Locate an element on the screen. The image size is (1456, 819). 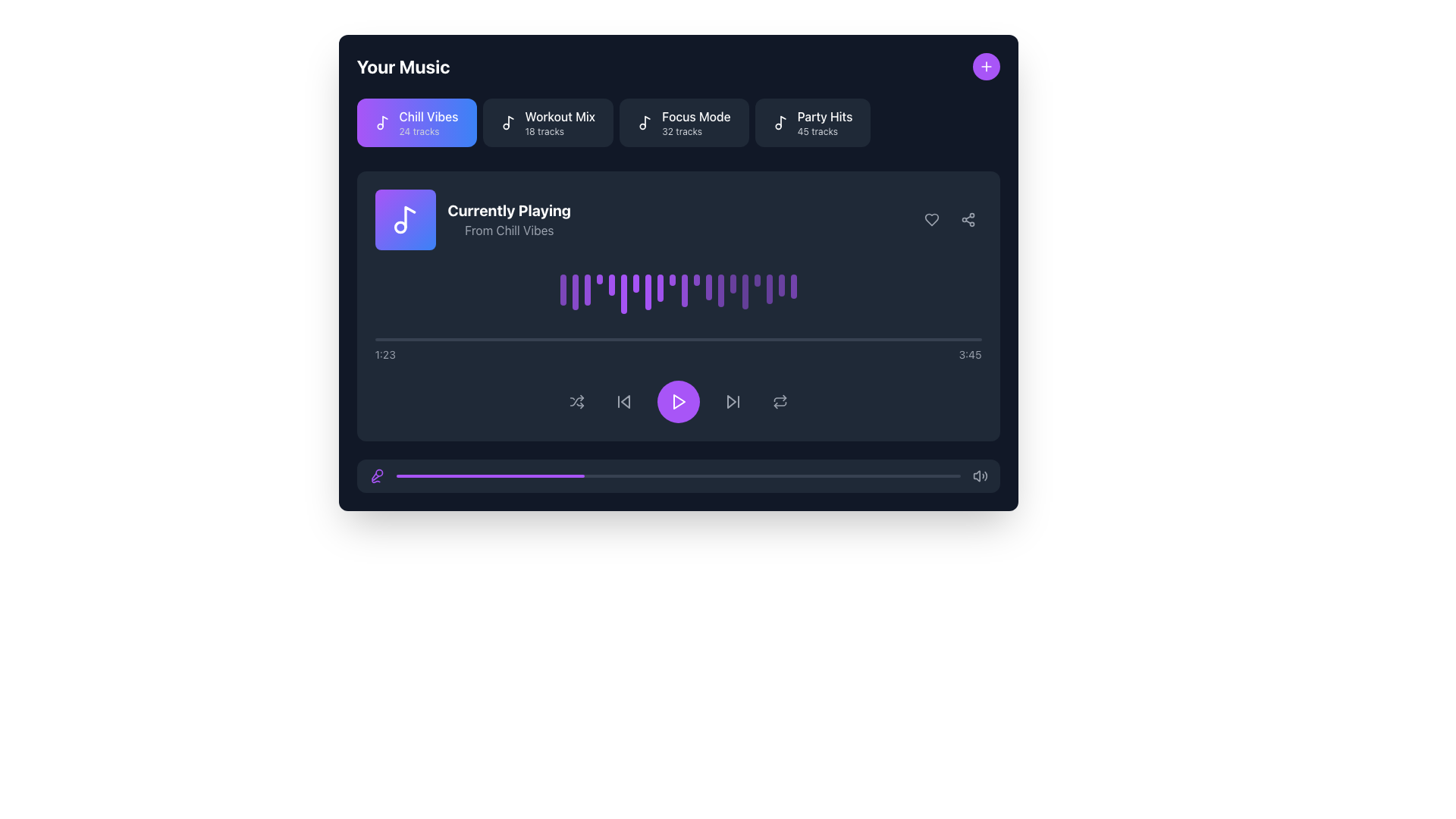
the shuffle button located in the lower section of the audio control toolbar is located at coordinates (576, 401).